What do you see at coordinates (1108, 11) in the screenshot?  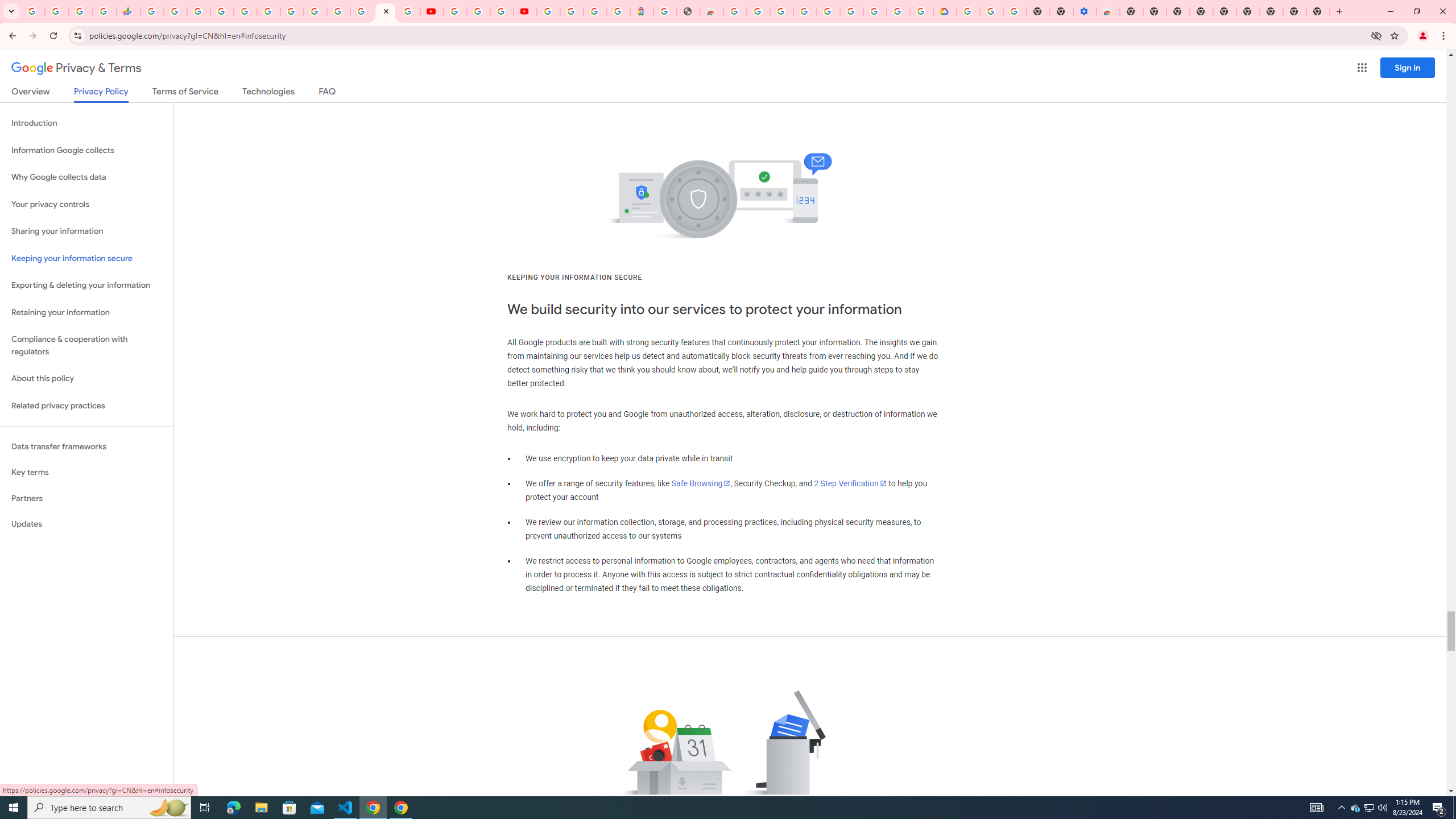 I see `'Chrome Web Store - Accessibility extensions'` at bounding box center [1108, 11].